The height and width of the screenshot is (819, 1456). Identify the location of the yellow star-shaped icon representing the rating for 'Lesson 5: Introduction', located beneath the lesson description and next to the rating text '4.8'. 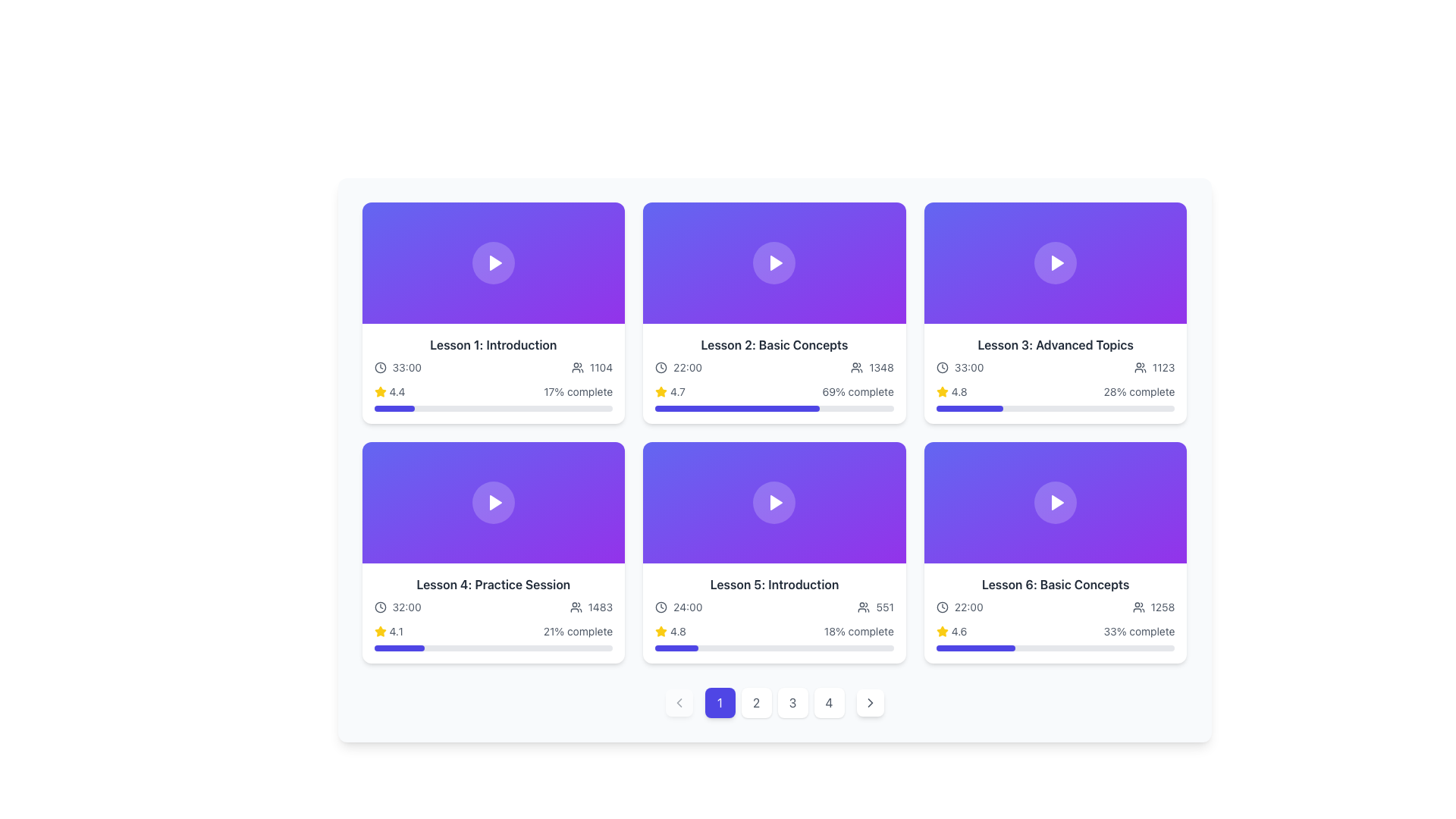
(661, 631).